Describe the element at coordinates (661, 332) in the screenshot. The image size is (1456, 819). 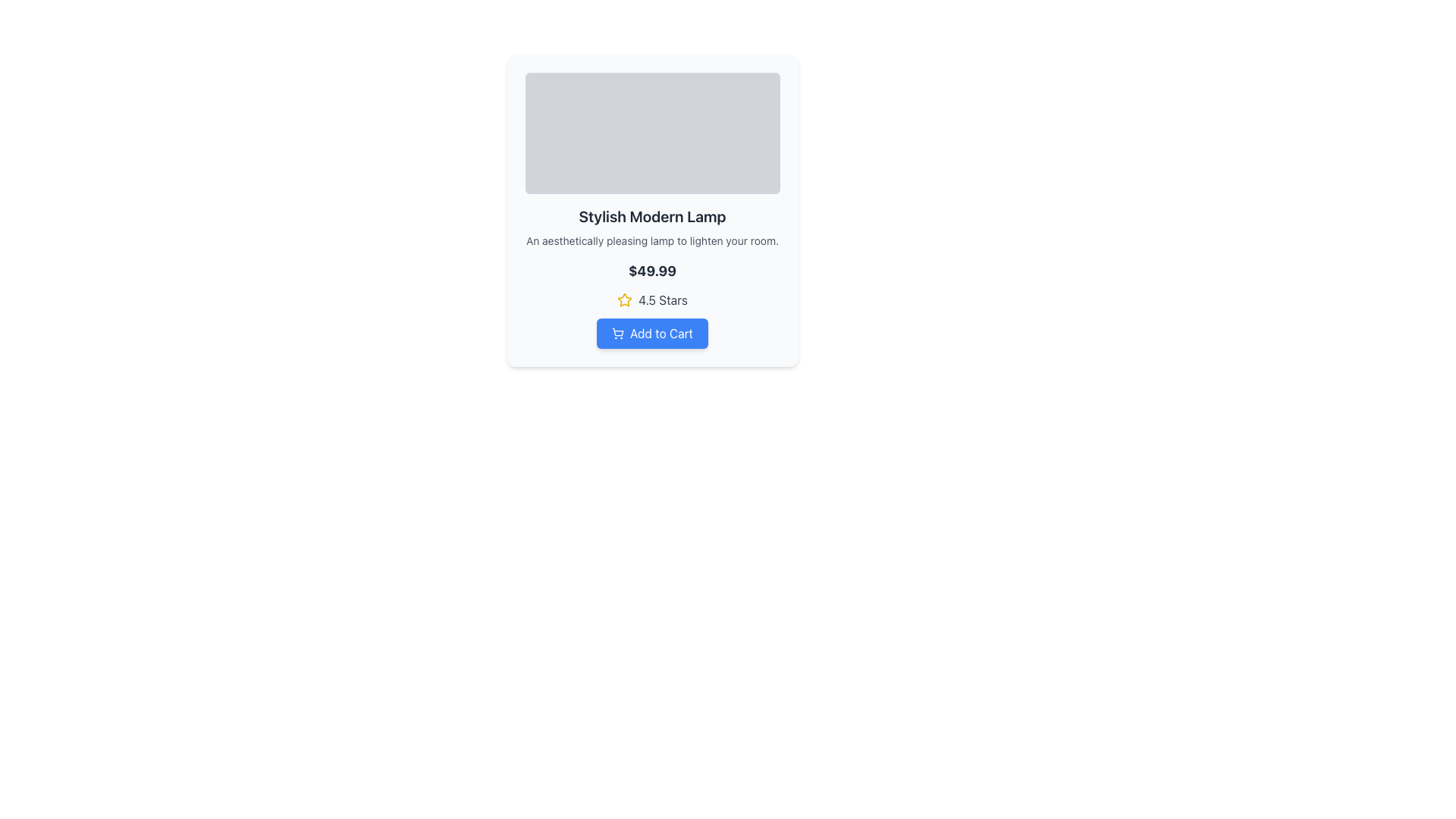
I see `text labeled 'Add to Cart' which is displayed in white font on a blue background, located at the lower center of the product card` at that location.